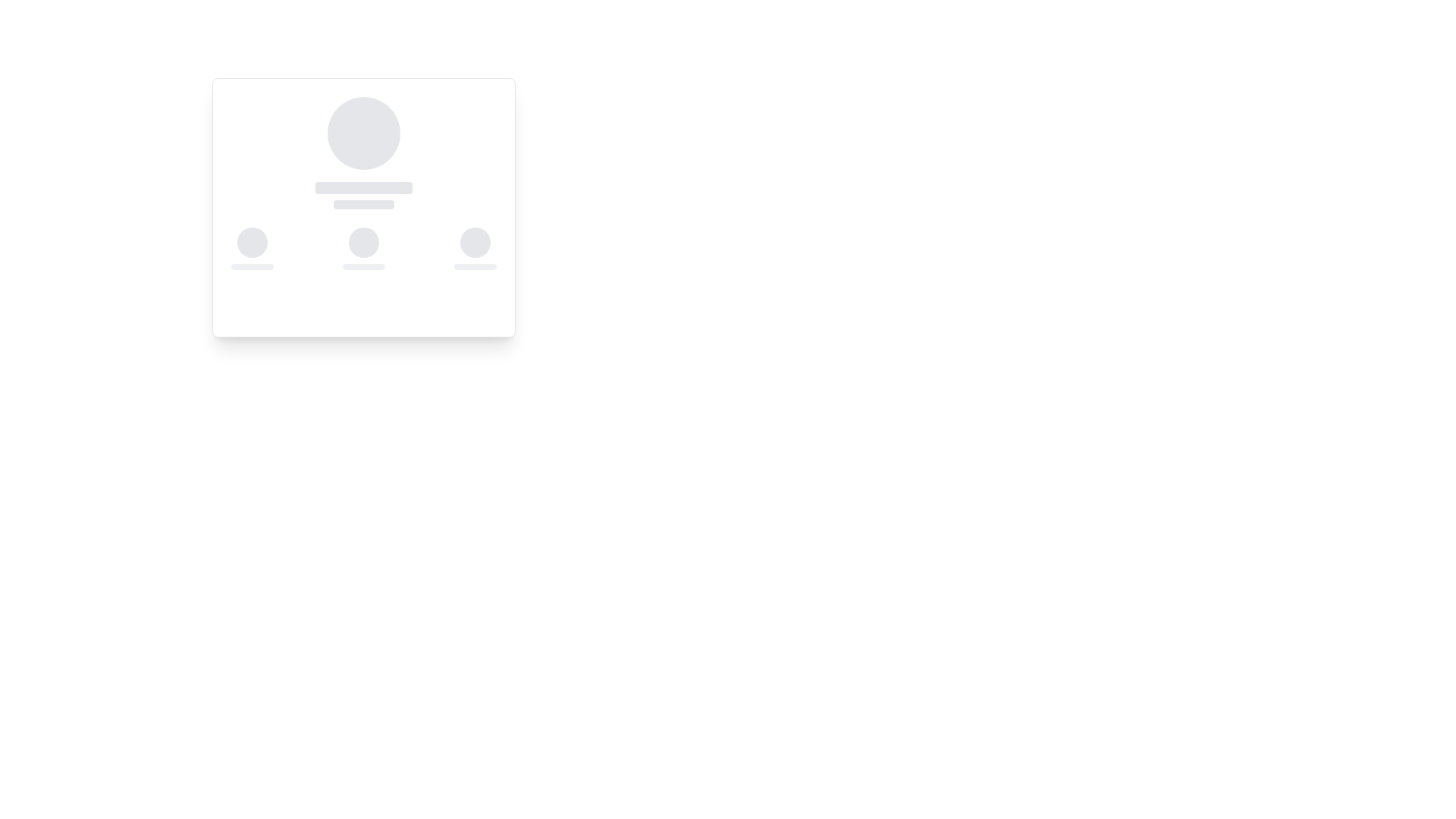 This screenshot has width=1456, height=819. Describe the element at coordinates (475, 265) in the screenshot. I see `the small rectangular light gray placeholder with rounded corners that has a pulsing loading animation, located directly below a circular placeholder graphic` at that location.